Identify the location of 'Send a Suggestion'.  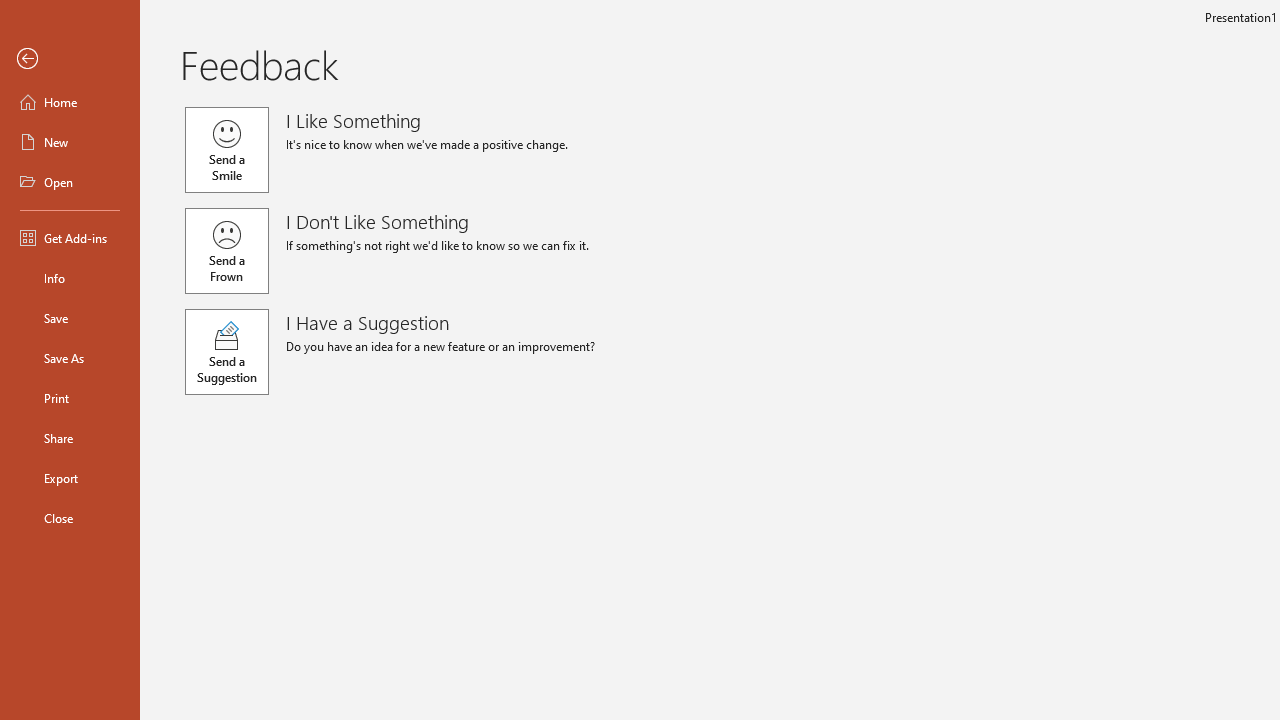
(227, 351).